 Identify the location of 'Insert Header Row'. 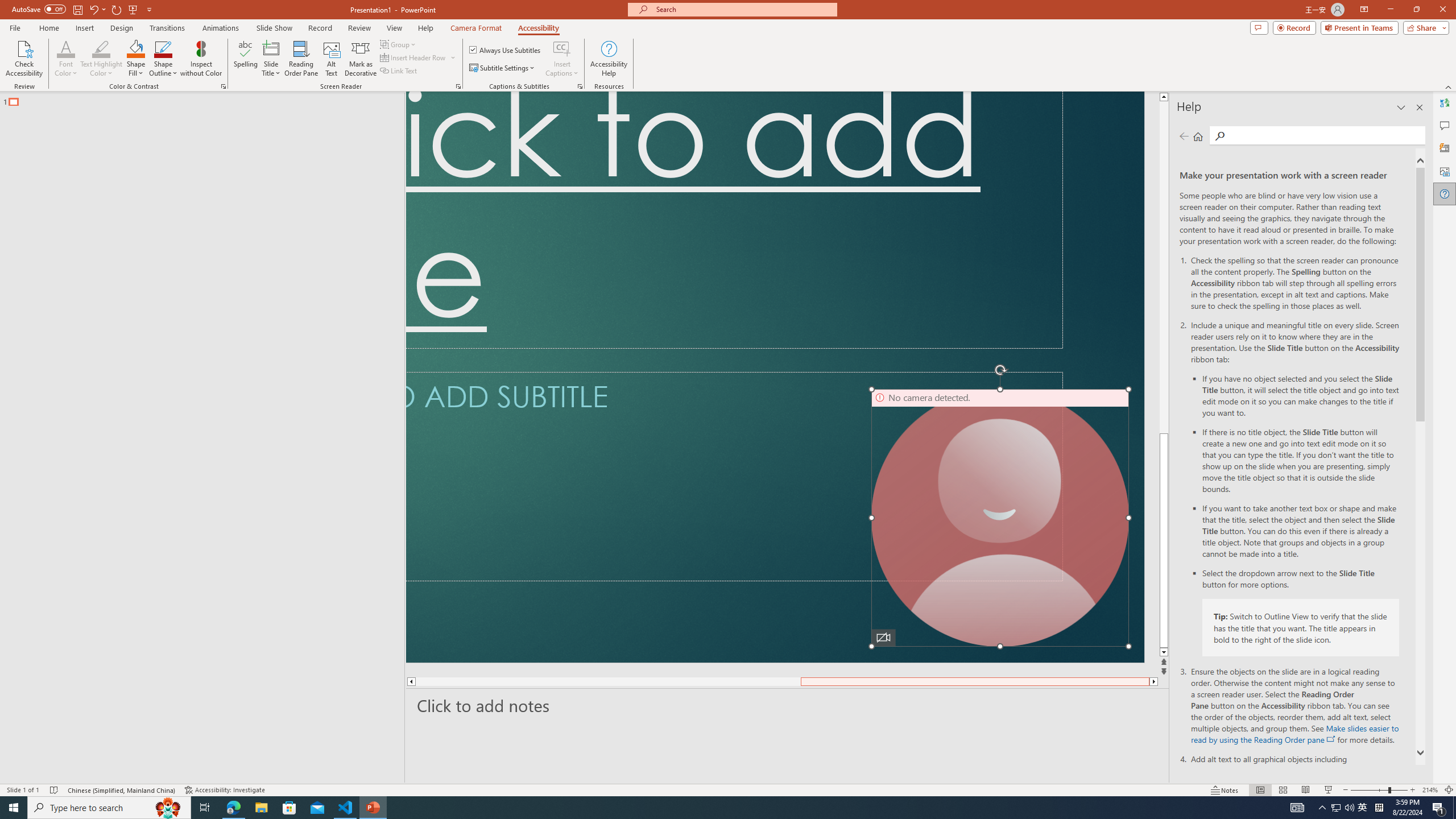
(413, 56).